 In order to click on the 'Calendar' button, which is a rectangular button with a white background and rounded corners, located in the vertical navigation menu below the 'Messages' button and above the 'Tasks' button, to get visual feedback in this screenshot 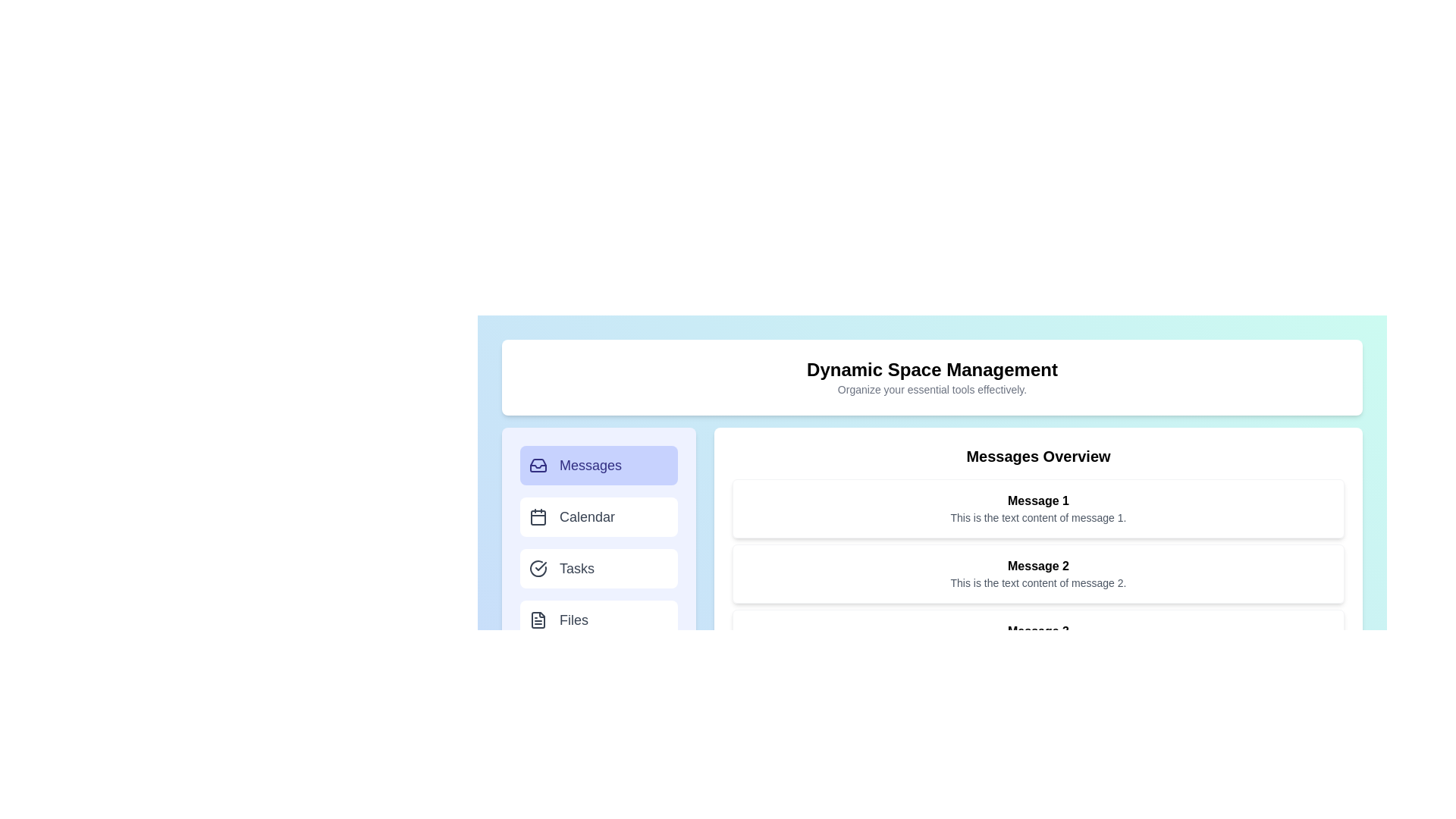, I will do `click(598, 516)`.